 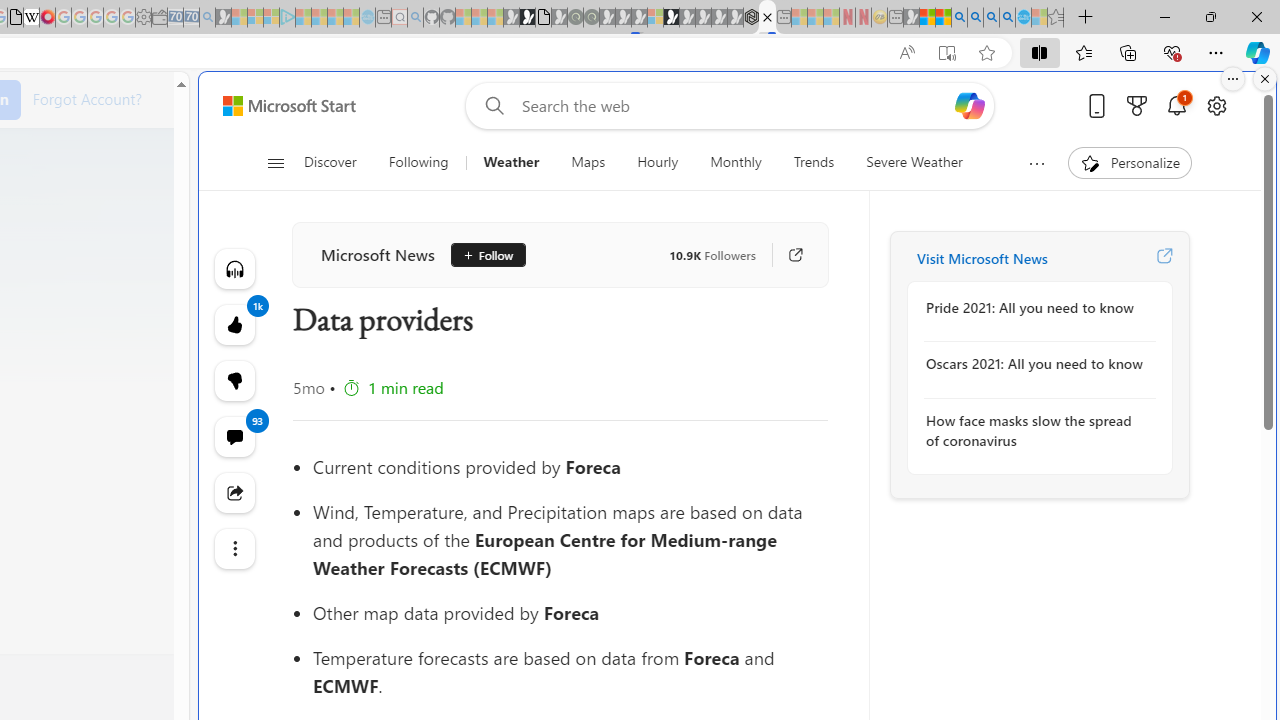 What do you see at coordinates (1137, 105) in the screenshot?
I see `'Microsoft rewards'` at bounding box center [1137, 105].